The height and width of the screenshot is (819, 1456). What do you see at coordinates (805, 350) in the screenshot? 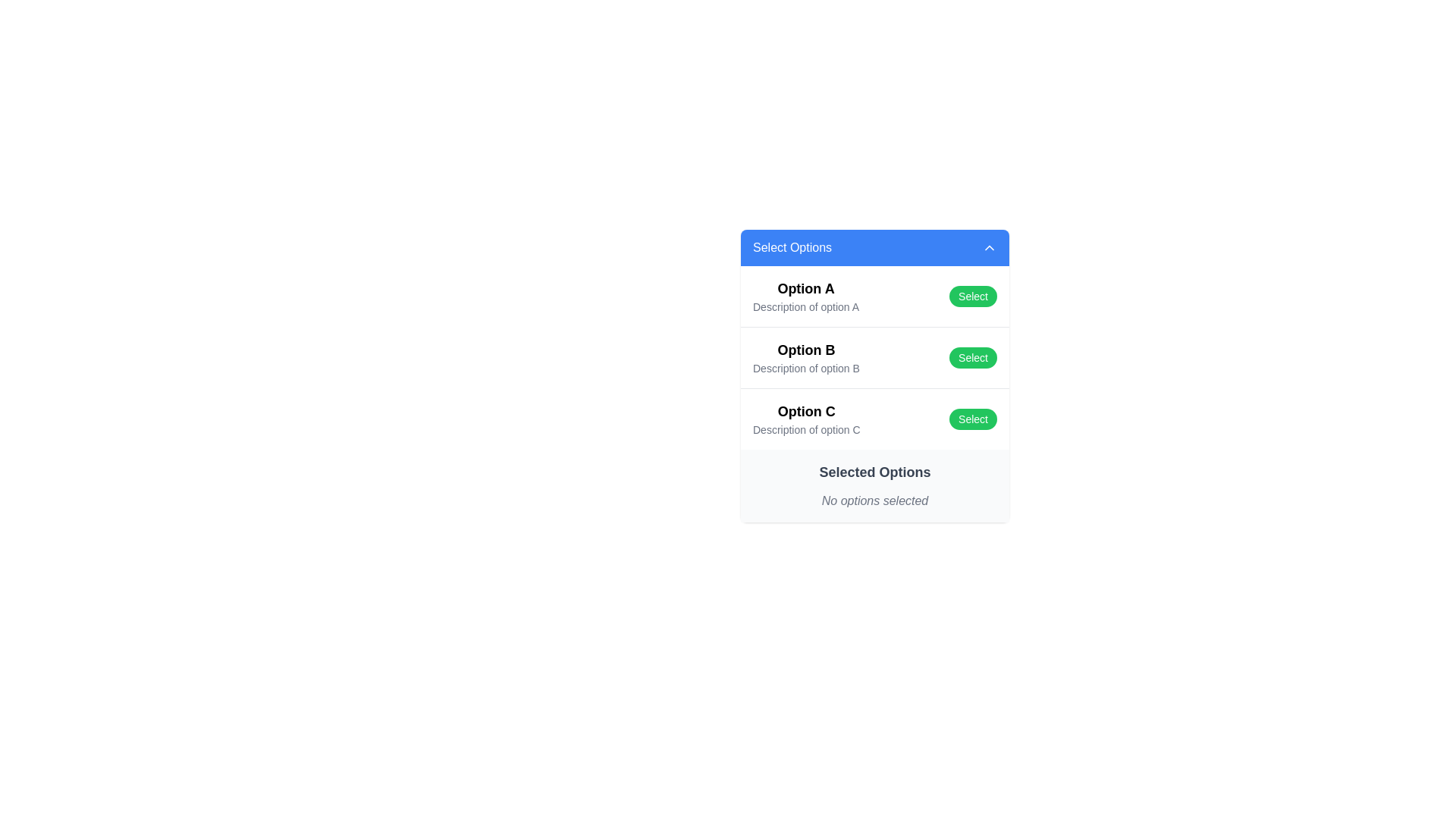
I see `the text label reading 'Option B' which is styled with a larger font size and bold typeface in the center column of the card layout` at bounding box center [805, 350].